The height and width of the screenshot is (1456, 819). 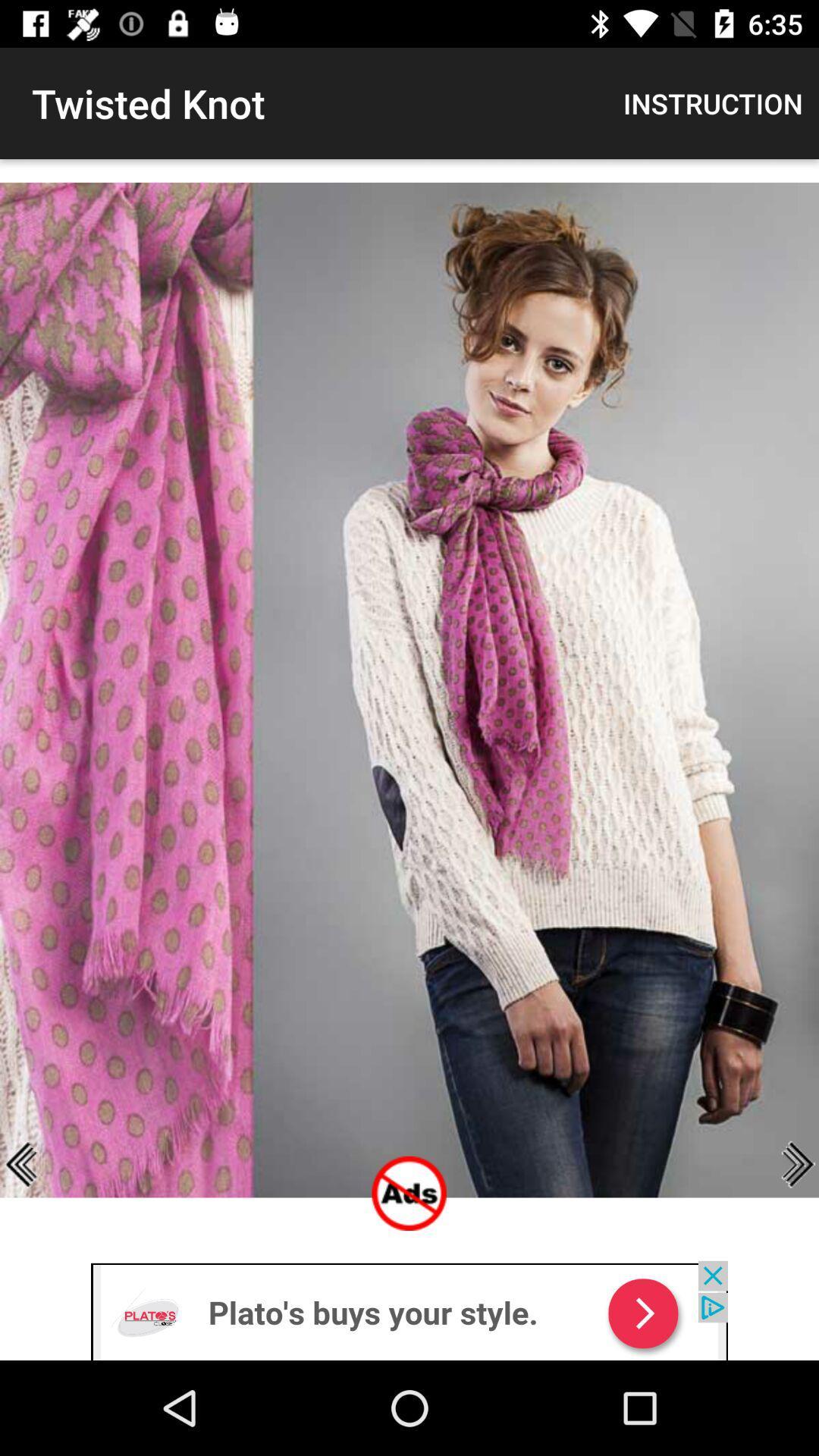 I want to click on the instruction at the top right corner, so click(x=713, y=102).